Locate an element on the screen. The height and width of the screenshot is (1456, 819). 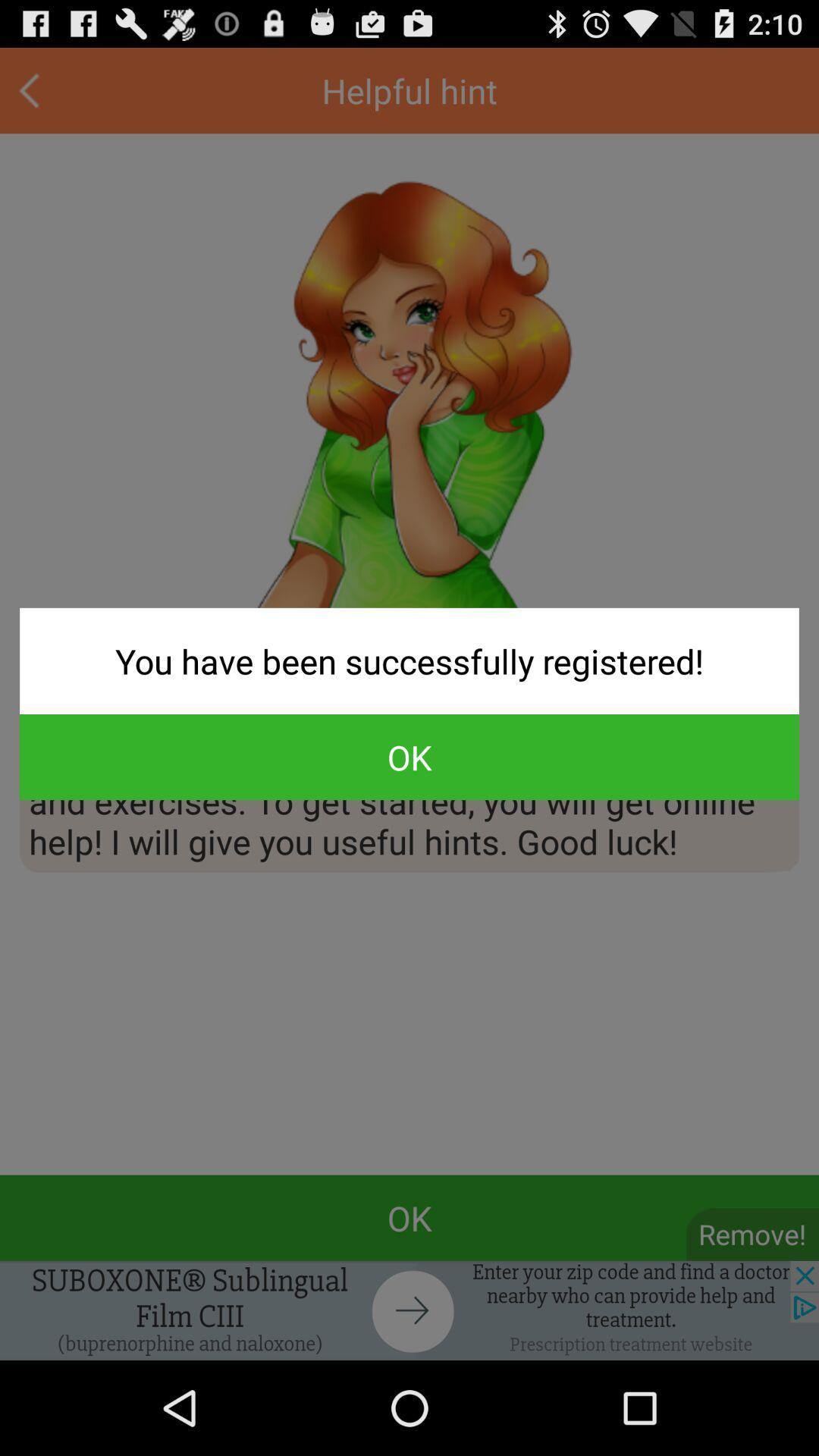
the item below the you have been item is located at coordinates (409, 757).